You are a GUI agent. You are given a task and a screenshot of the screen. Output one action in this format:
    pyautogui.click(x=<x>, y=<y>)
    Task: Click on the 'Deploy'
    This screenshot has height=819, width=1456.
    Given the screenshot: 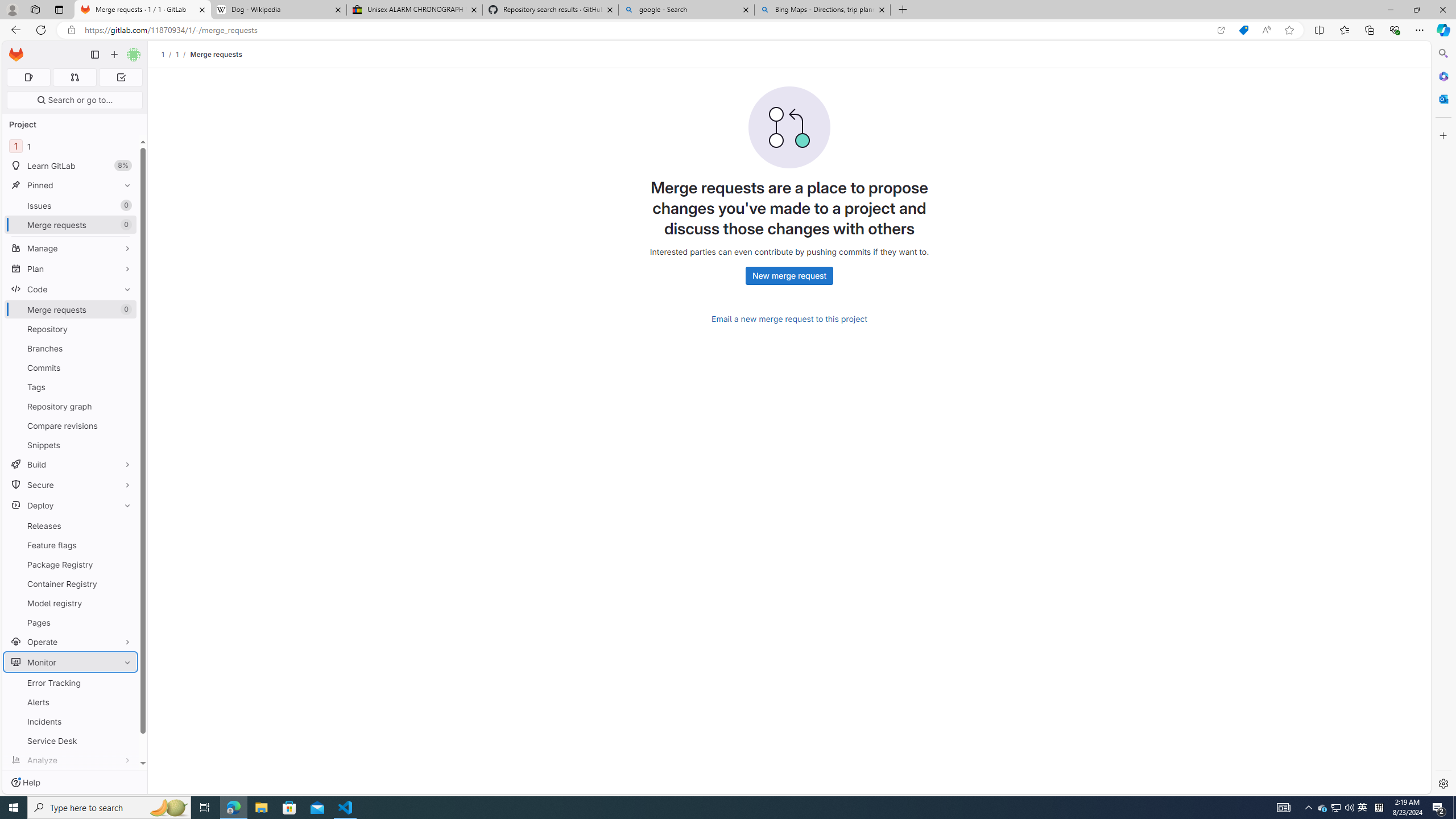 What is the action you would take?
    pyautogui.click(x=70, y=505)
    